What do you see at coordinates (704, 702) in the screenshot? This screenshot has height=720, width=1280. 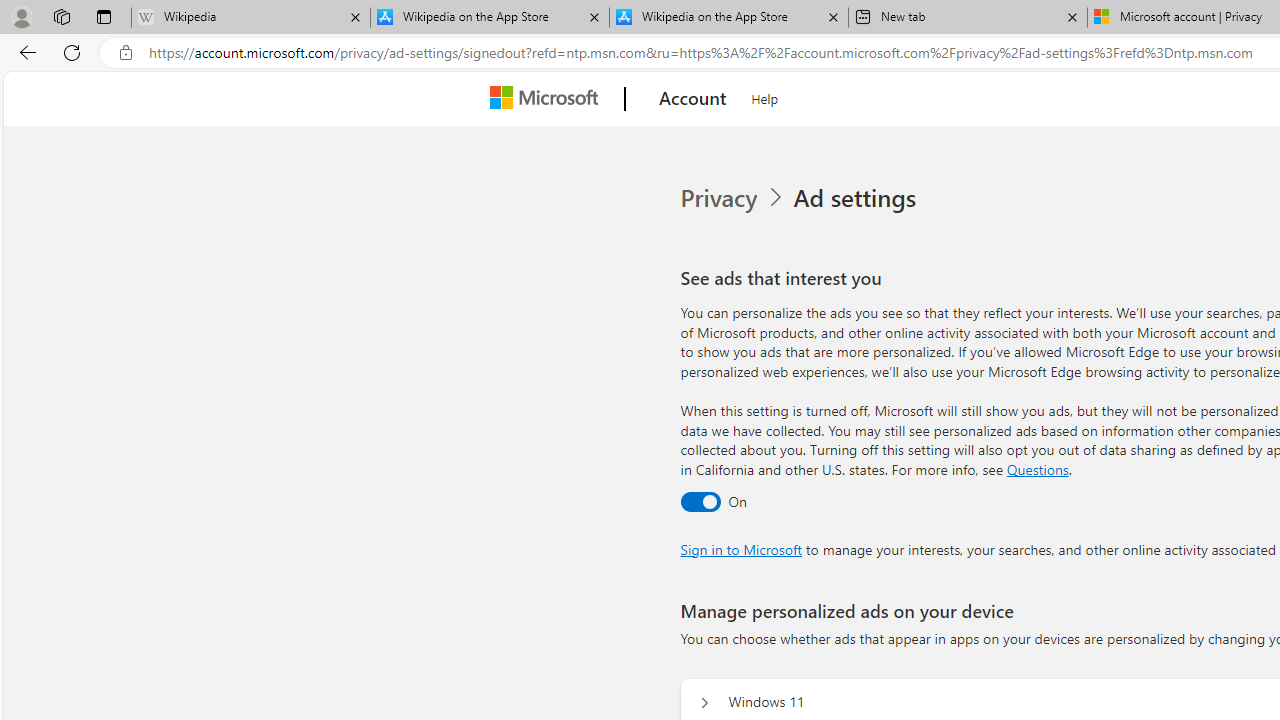 I see `'Manage personalized ads on your device Windows 11'` at bounding box center [704, 702].